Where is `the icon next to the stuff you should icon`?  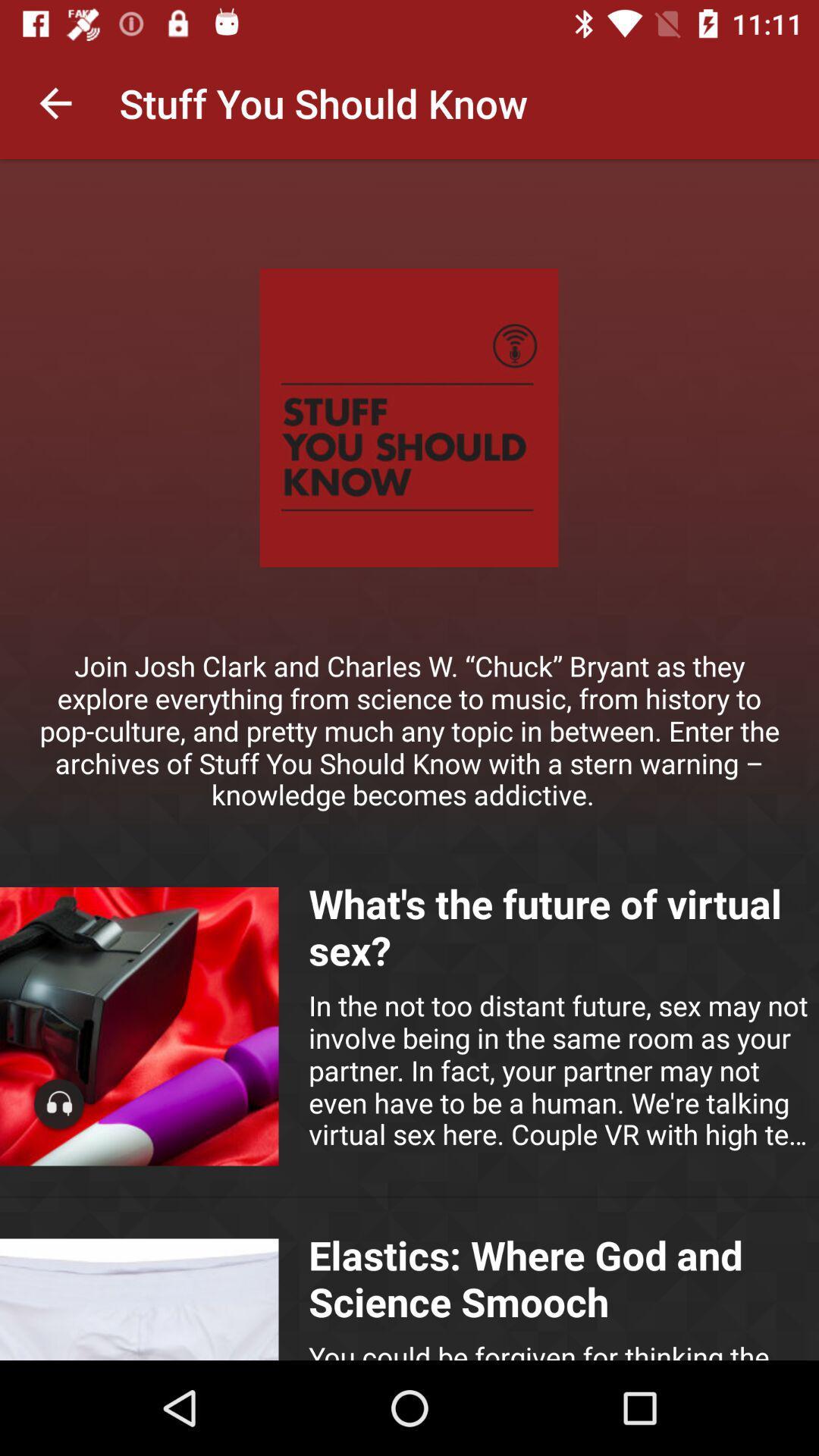
the icon next to the stuff you should icon is located at coordinates (55, 102).